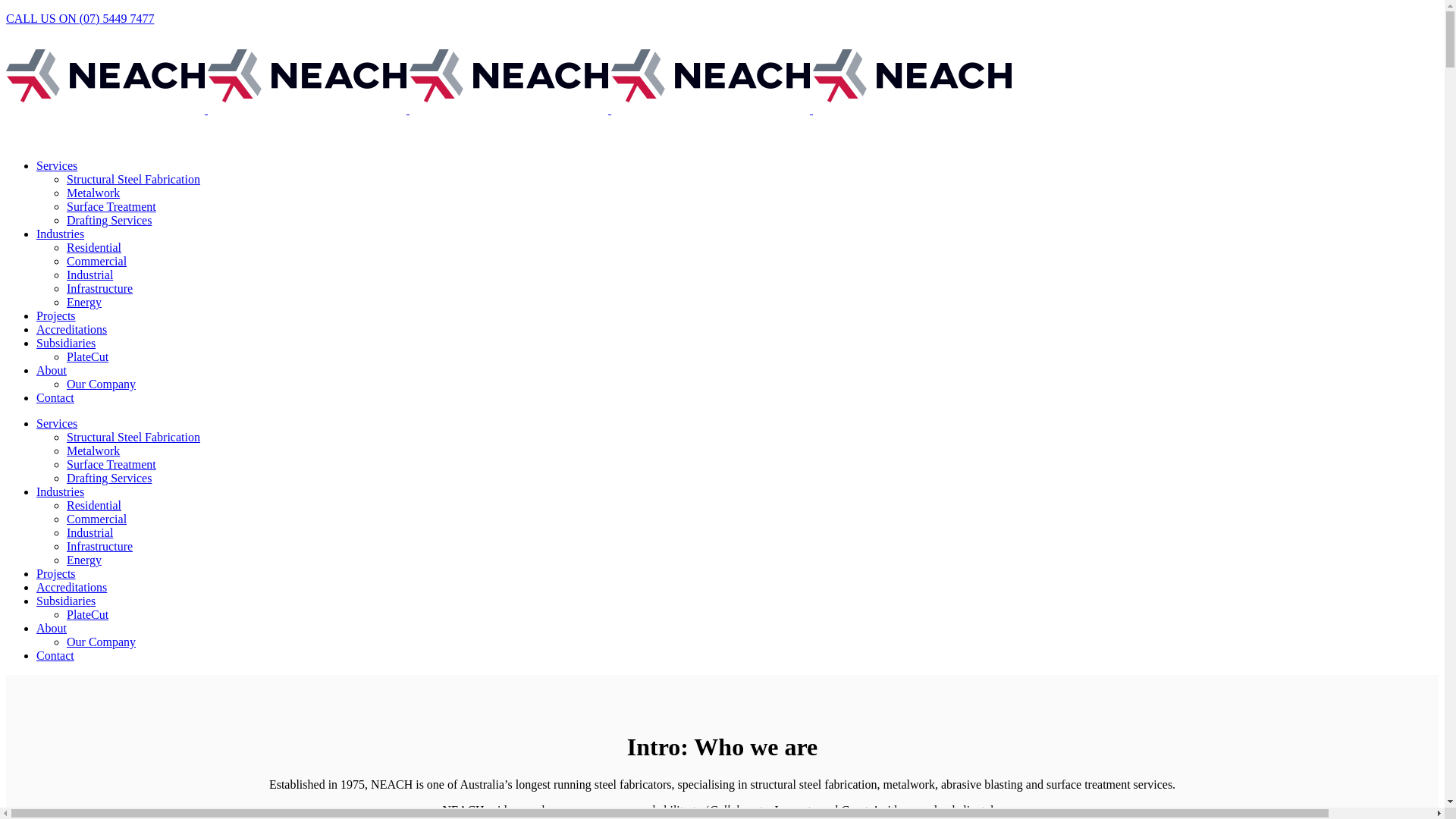  What do you see at coordinates (79, 18) in the screenshot?
I see `'CALL US ON (07) 5449 7477'` at bounding box center [79, 18].